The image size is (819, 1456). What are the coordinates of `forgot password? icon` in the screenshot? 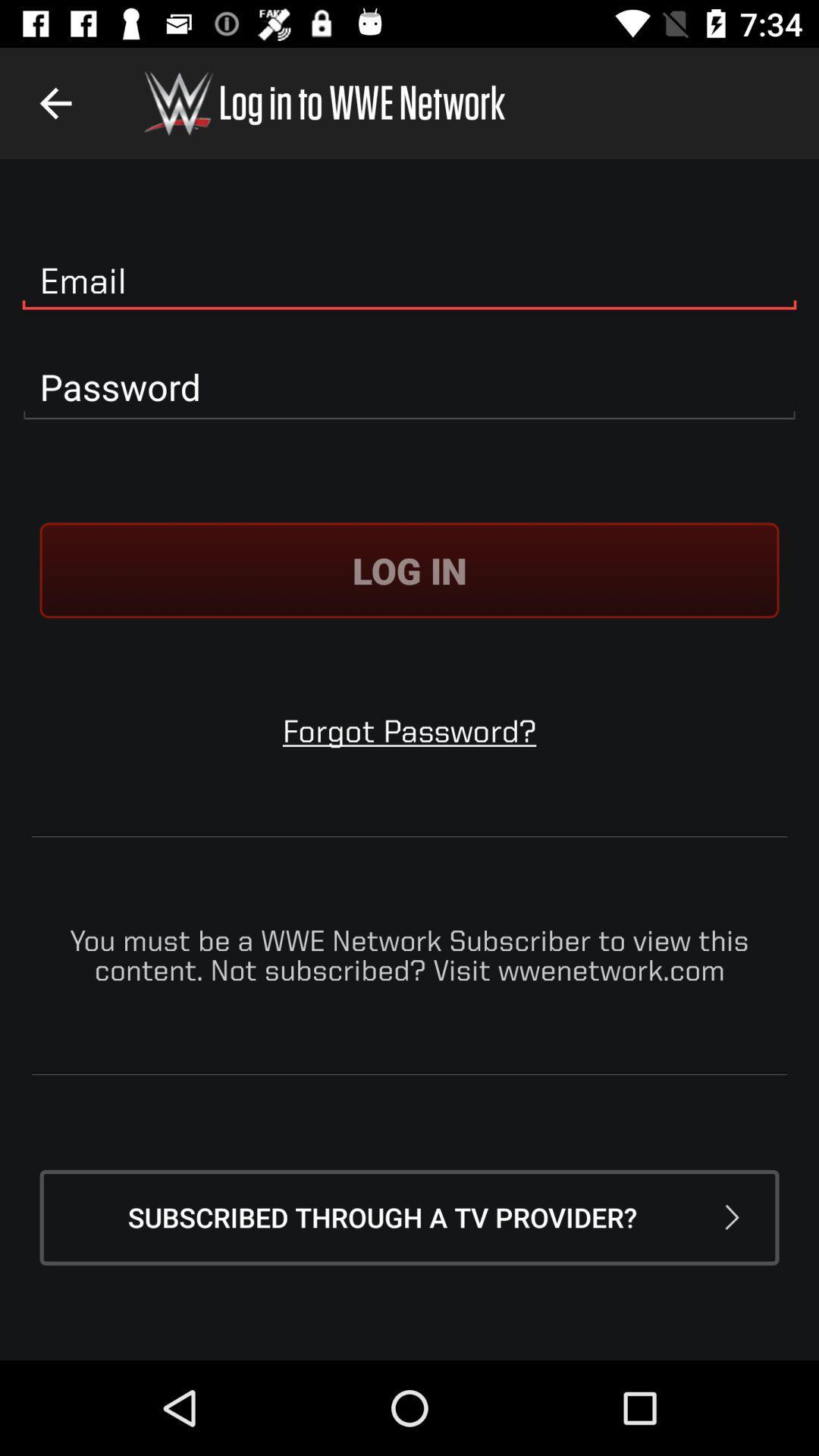 It's located at (409, 730).